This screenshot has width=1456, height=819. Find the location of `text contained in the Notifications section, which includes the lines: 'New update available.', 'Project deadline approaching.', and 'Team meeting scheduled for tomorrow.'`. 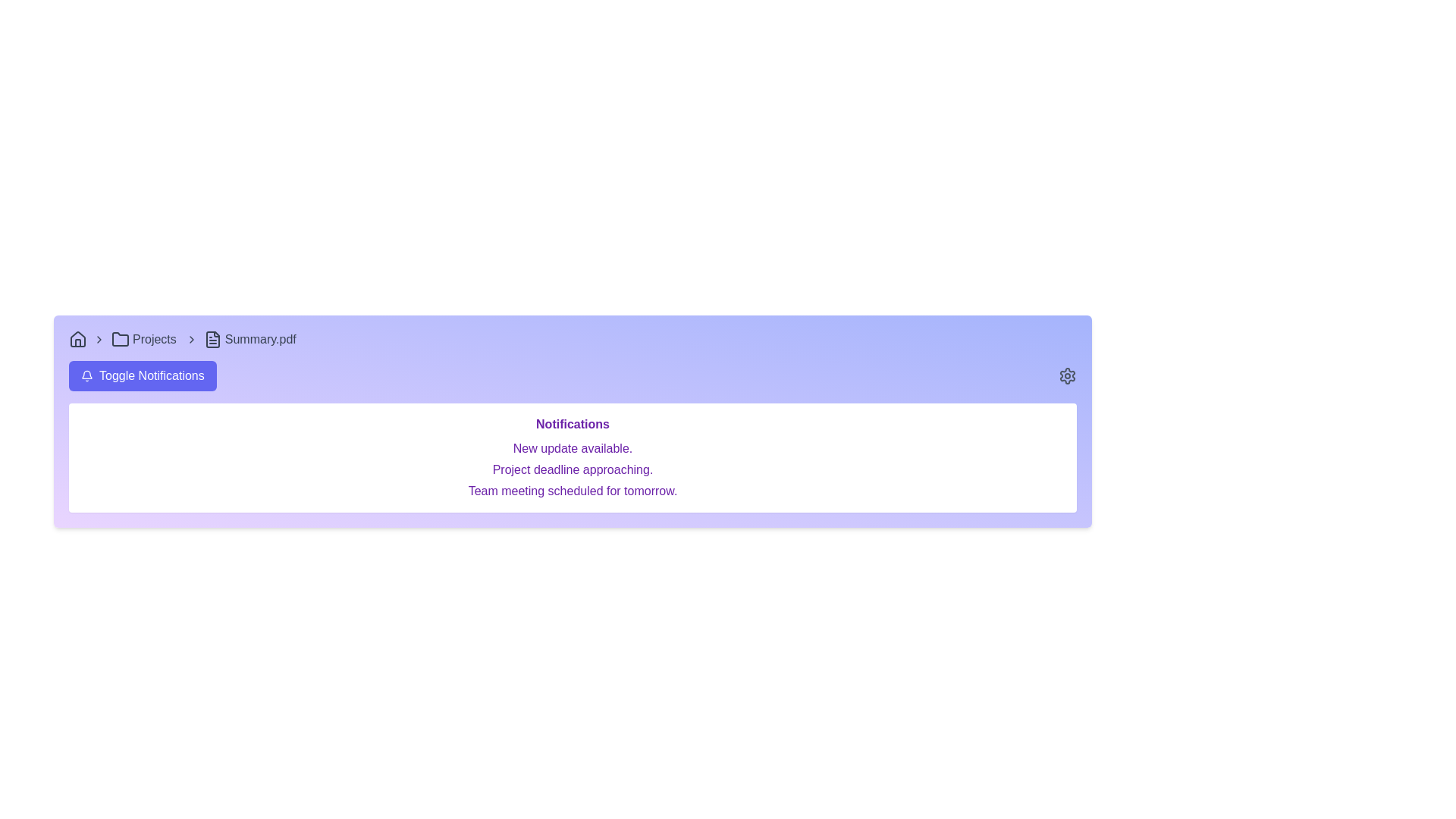

text contained in the Notifications section, which includes the lines: 'New update available.', 'Project deadline approaching.', and 'Team meeting scheduled for tomorrow.' is located at coordinates (572, 469).